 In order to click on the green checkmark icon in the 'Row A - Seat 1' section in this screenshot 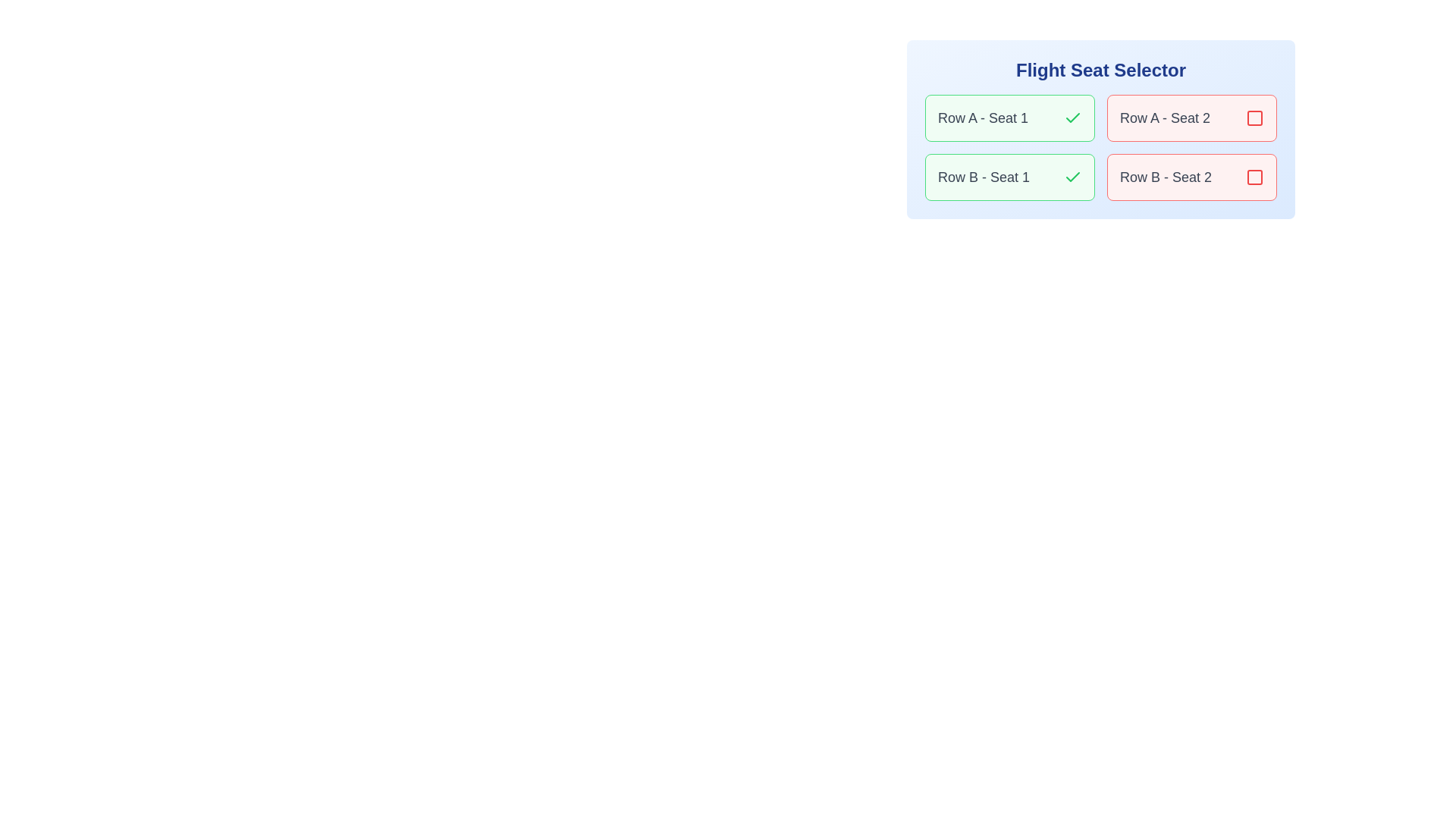, I will do `click(1072, 117)`.